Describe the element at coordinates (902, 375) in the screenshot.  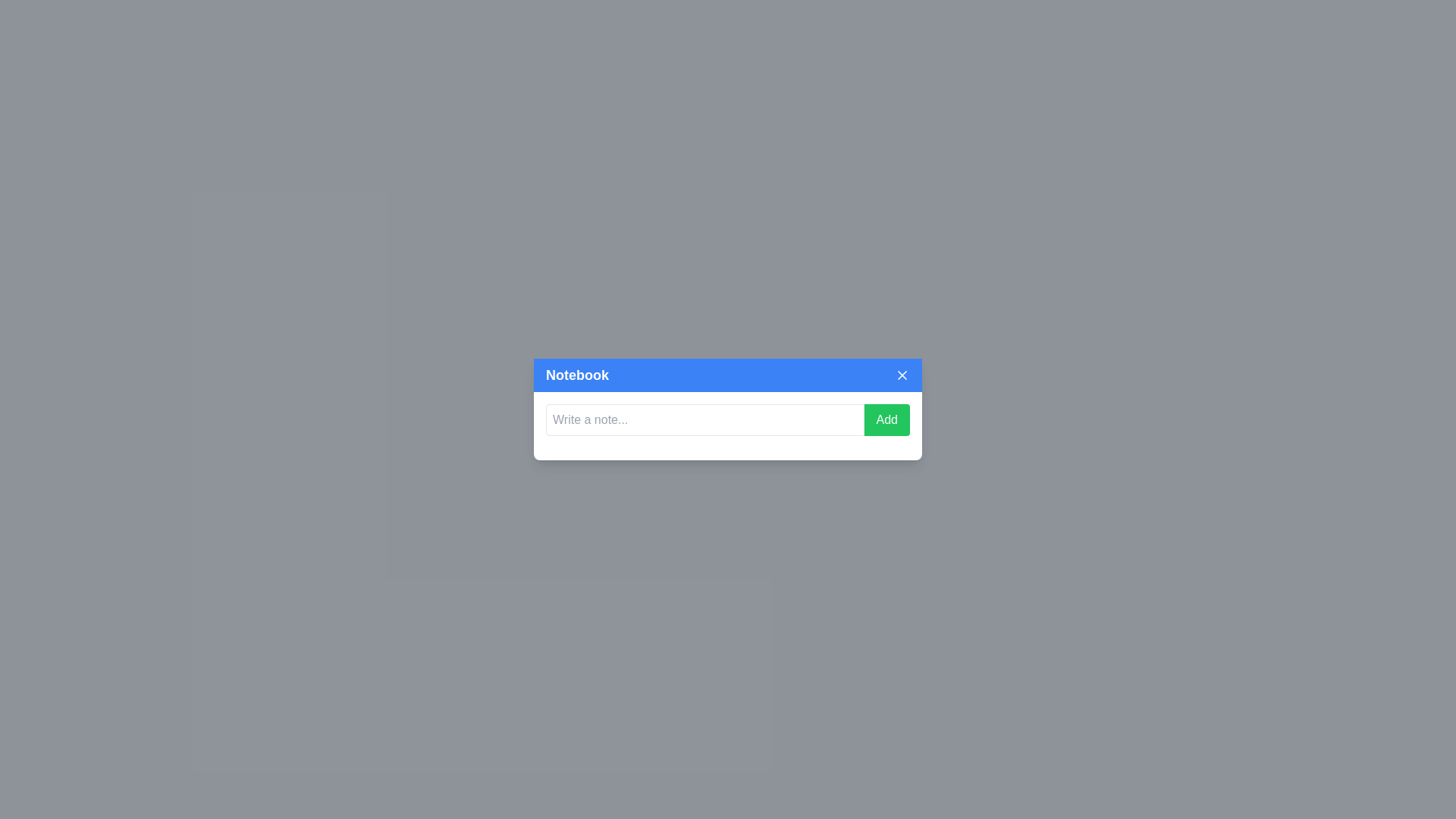
I see `the close button (X) in the top-right corner of the notebook dialog` at that location.